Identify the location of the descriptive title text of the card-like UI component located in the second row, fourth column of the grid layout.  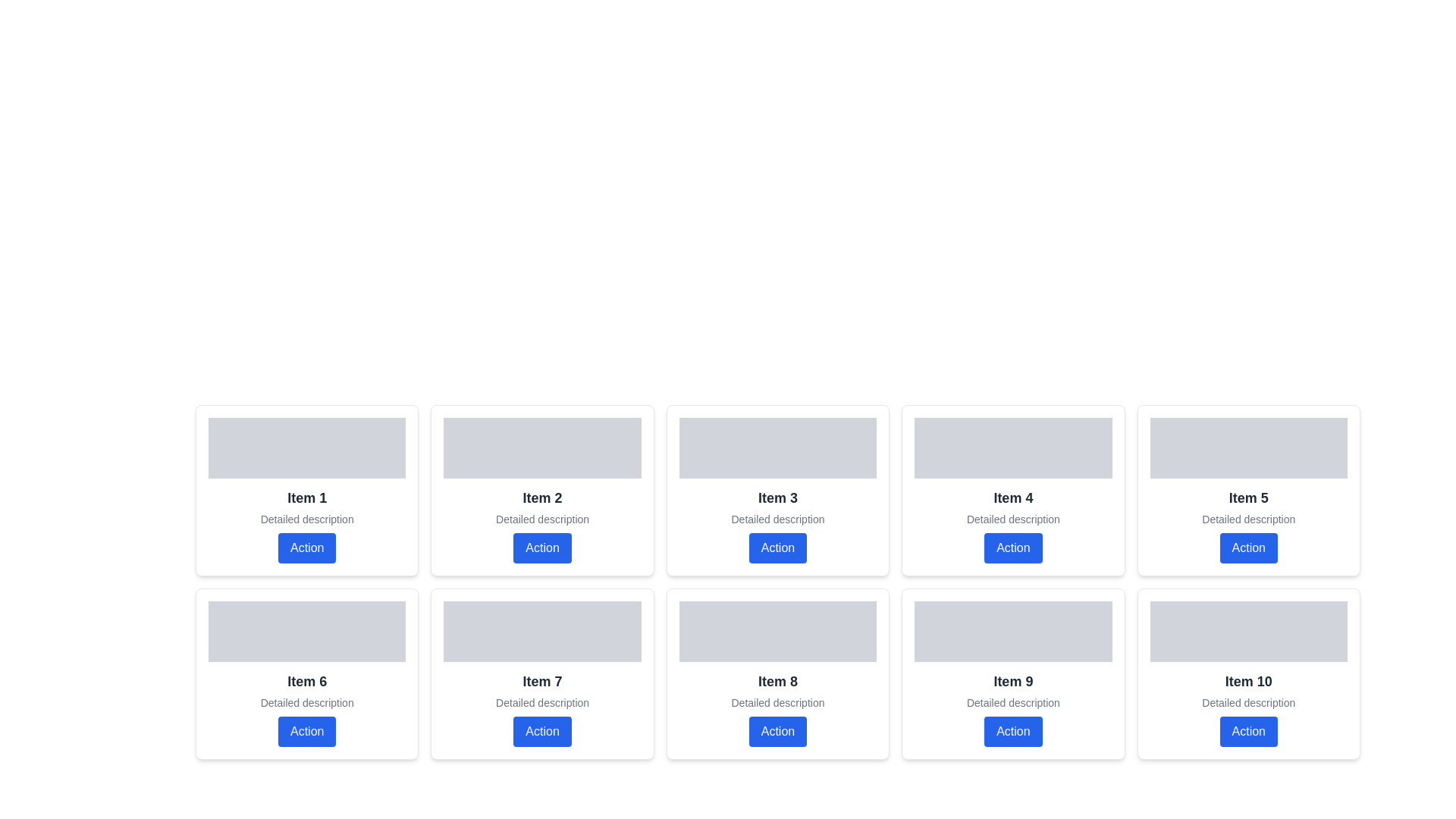
(1013, 680).